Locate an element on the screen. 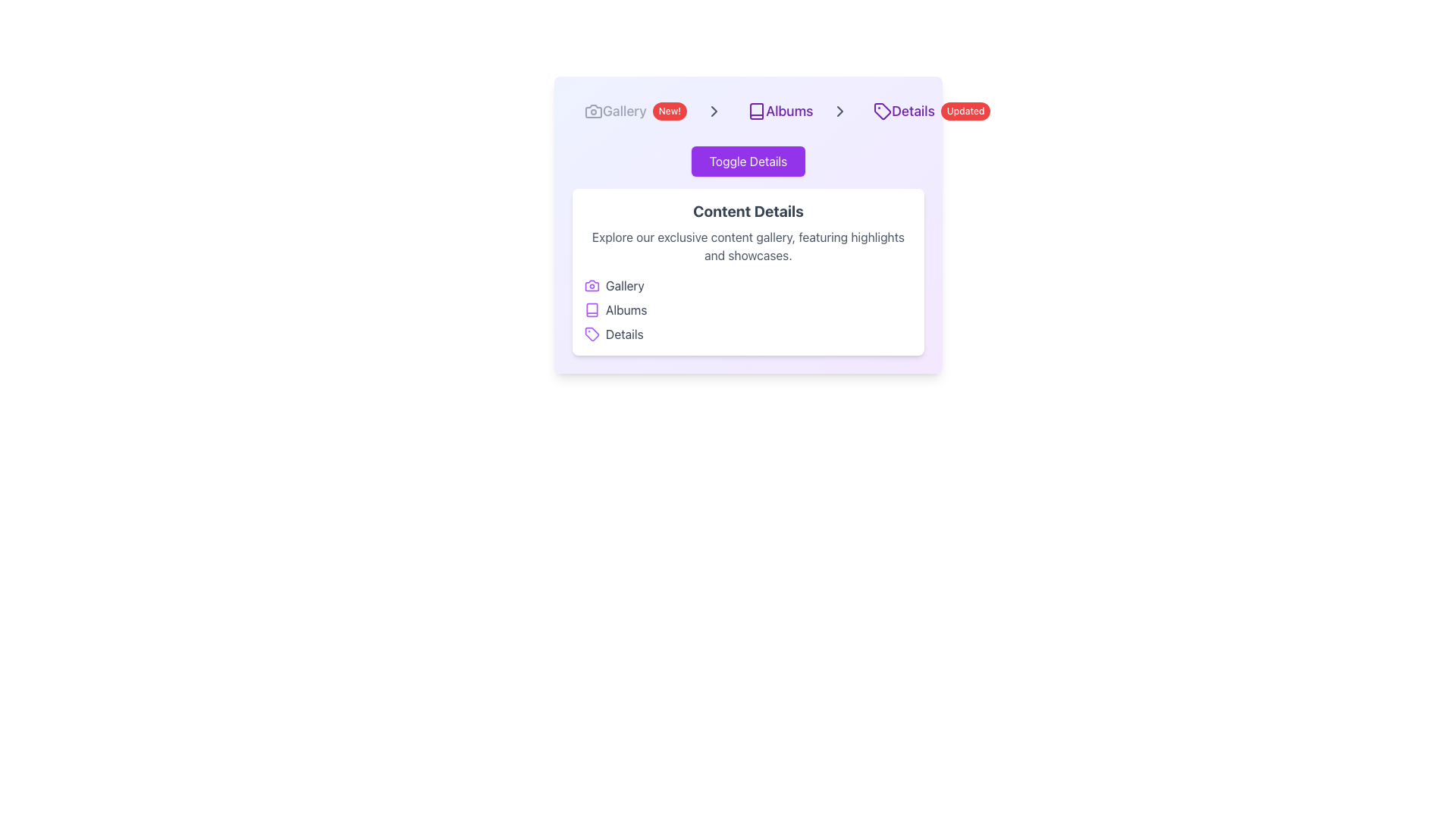 This screenshot has height=819, width=1456. the 'Toggle Details' button, which is a rectangular button with rounded corners, a vibrant purple background, and white text, located above the 'Content Details' text block is located at coordinates (748, 161).